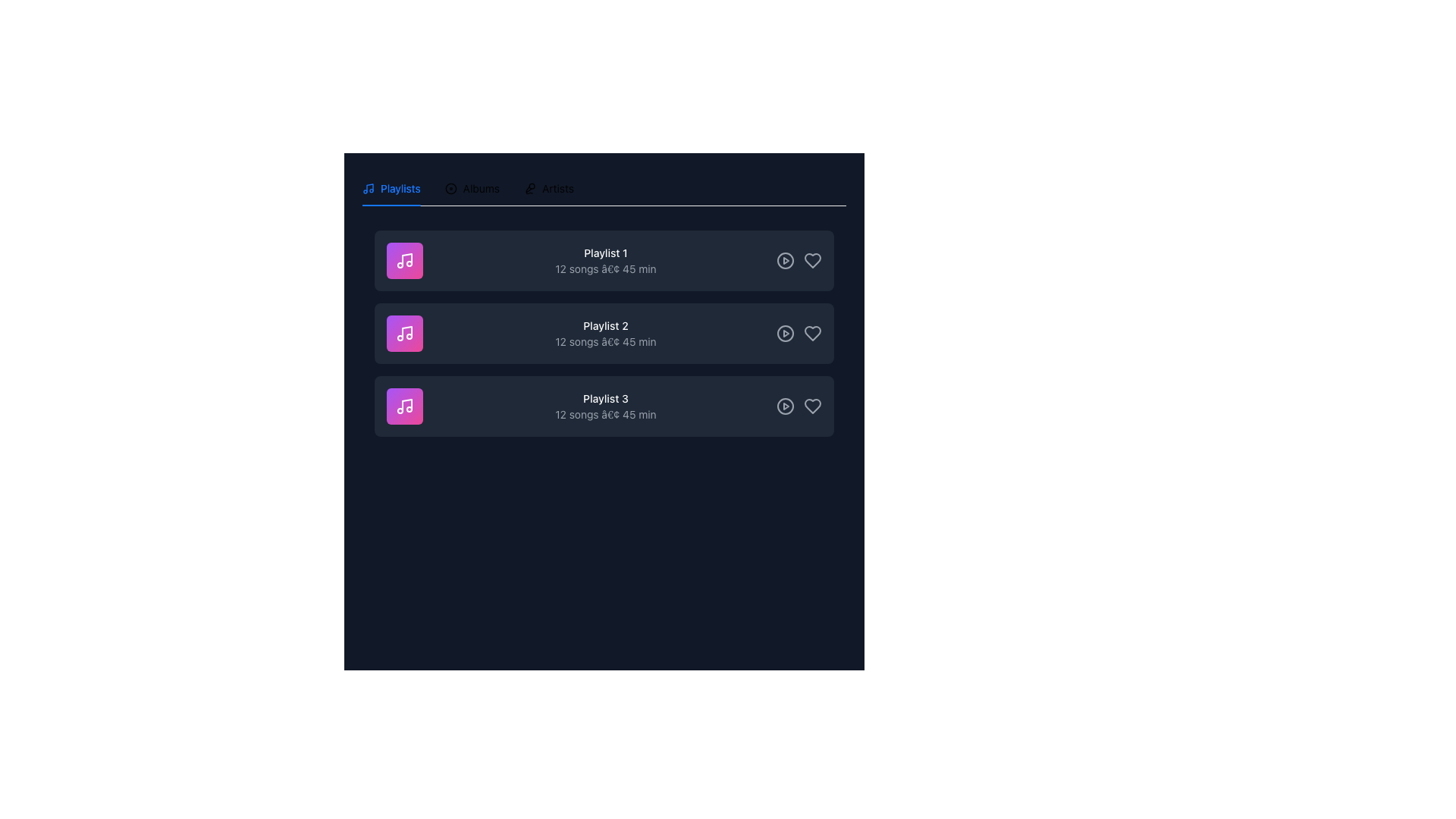 Image resolution: width=1456 pixels, height=819 pixels. I want to click on the 'Artists' tab in the horizontal navigation bar, so click(548, 188).